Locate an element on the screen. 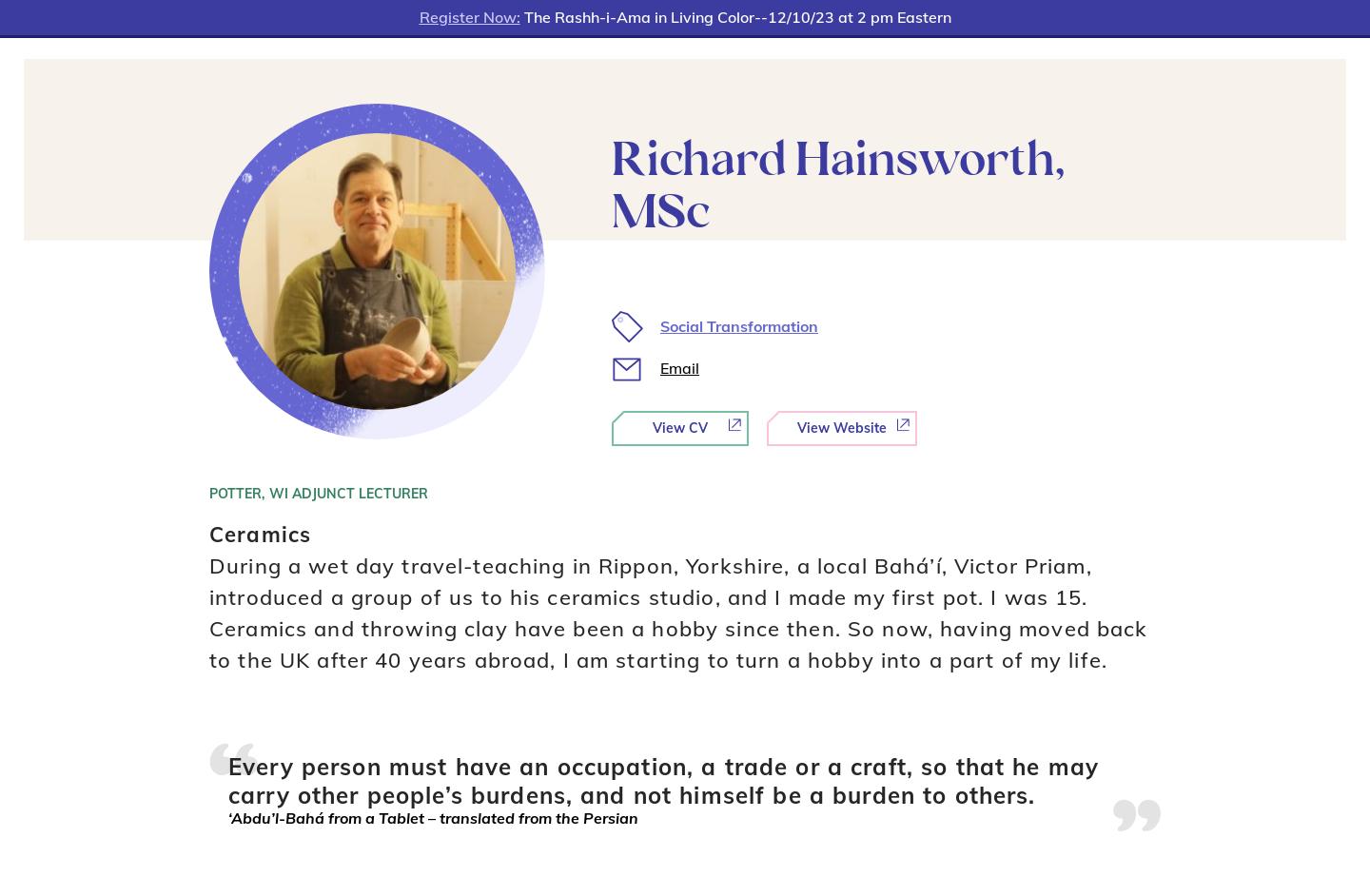 This screenshot has height=896, width=1370. 'The Economics of Community Building' is located at coordinates (317, 264).